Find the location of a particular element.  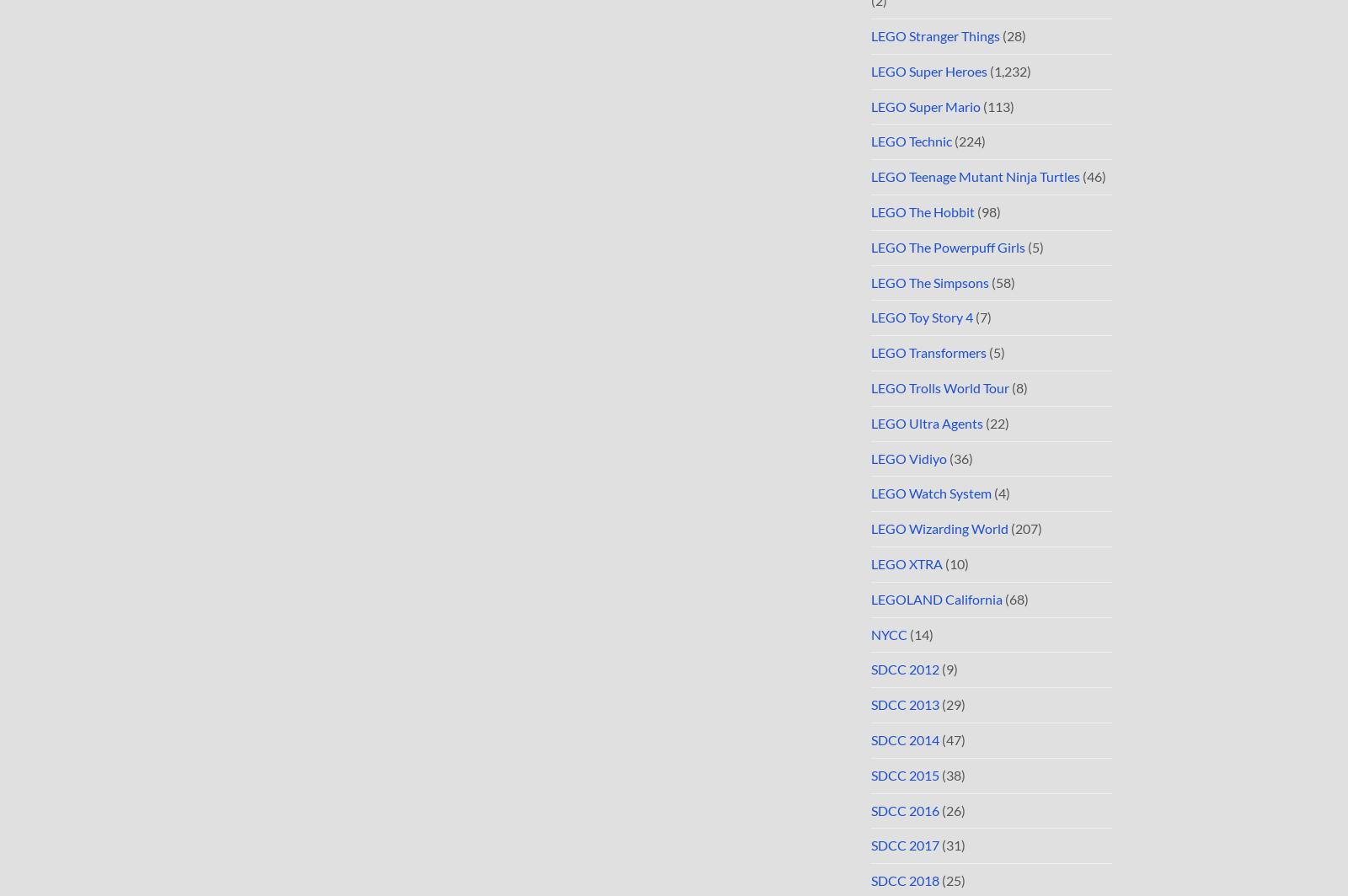

'LEGO The Powerpuff Girls' is located at coordinates (948, 246).